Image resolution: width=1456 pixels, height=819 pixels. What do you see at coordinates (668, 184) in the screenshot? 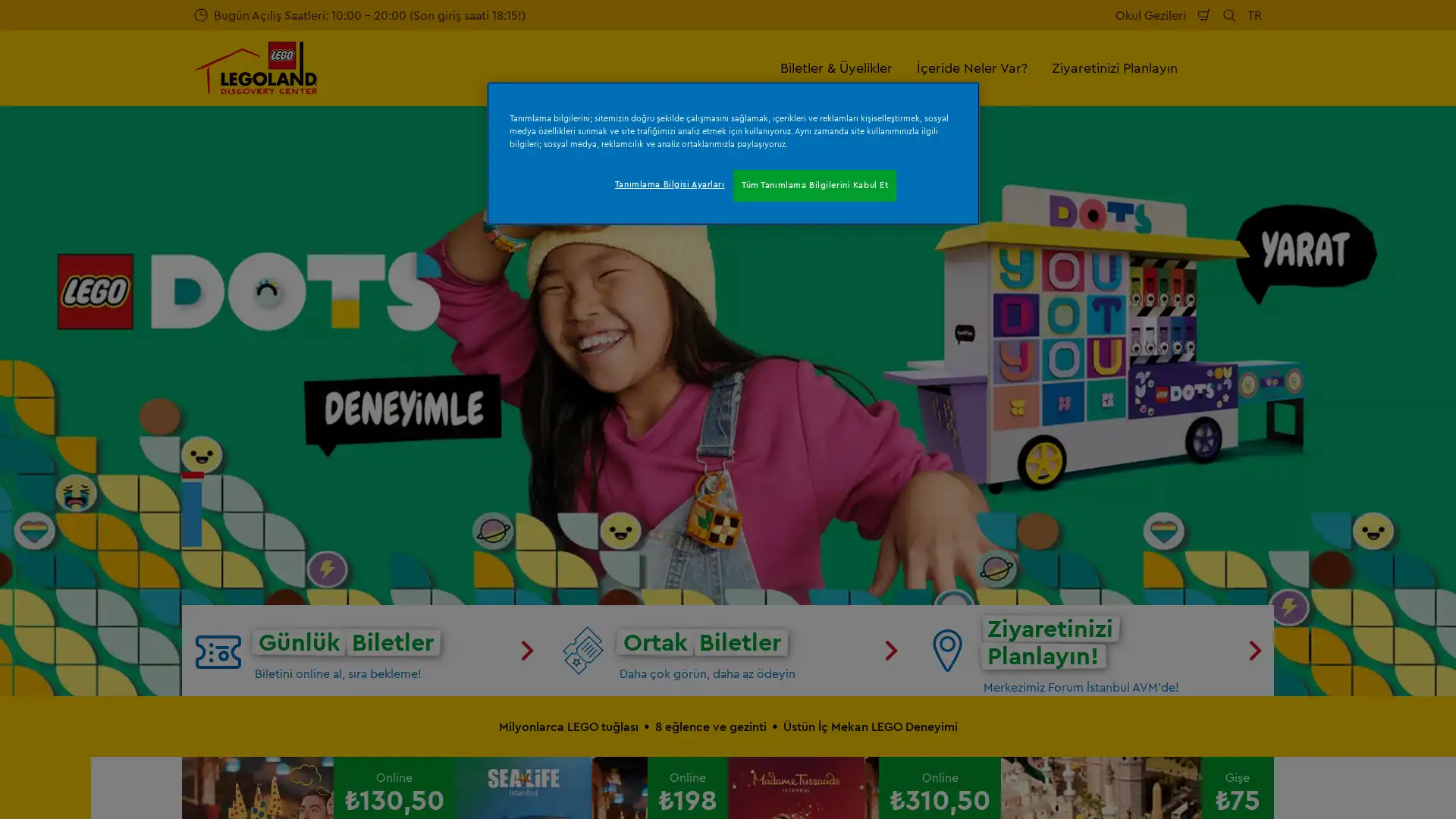
I see `Tanmlama Bilgisi Ayarlar` at bounding box center [668, 184].